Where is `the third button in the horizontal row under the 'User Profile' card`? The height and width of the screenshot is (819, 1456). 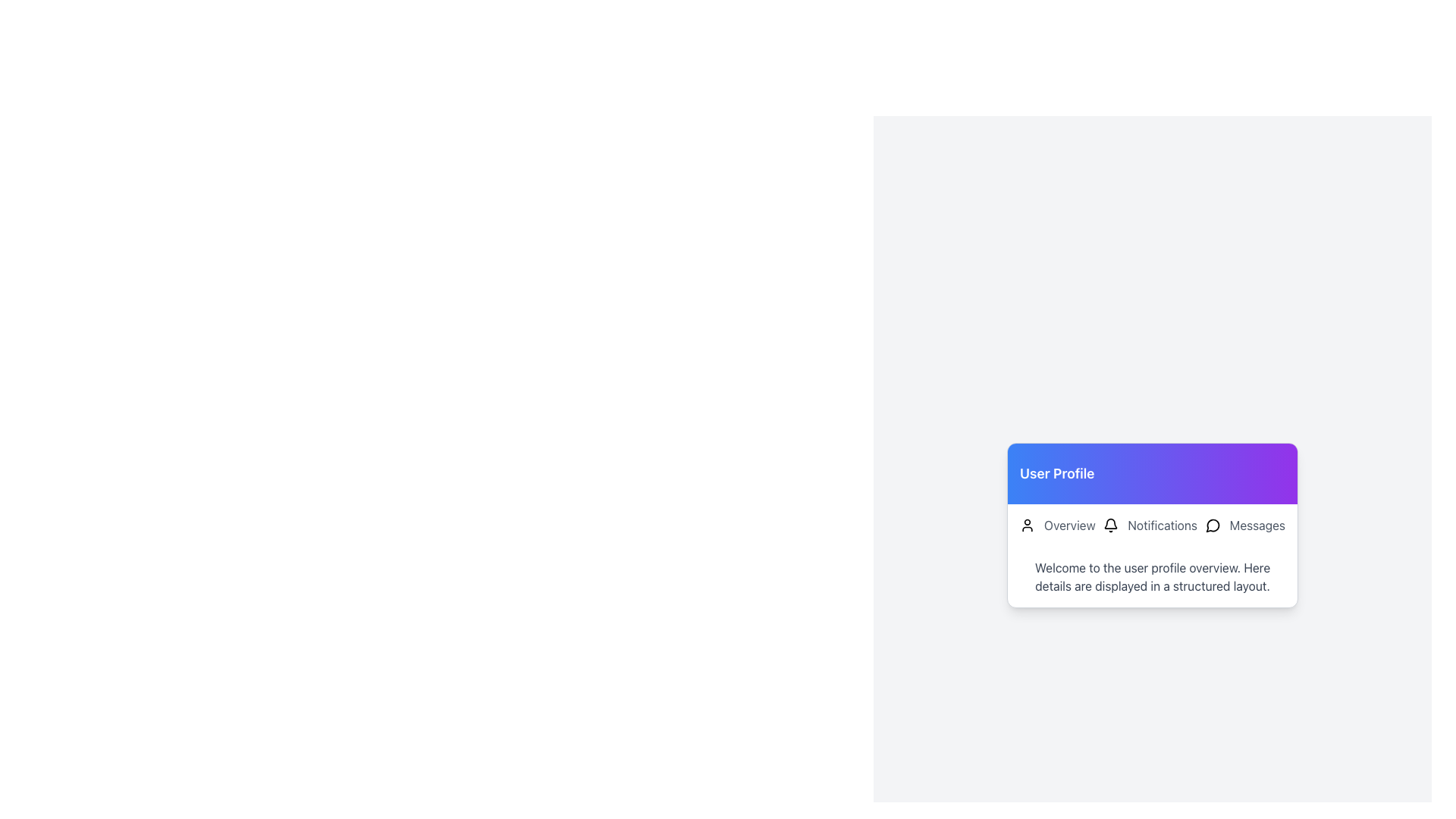
the third button in the horizontal row under the 'User Profile' card is located at coordinates (1245, 525).